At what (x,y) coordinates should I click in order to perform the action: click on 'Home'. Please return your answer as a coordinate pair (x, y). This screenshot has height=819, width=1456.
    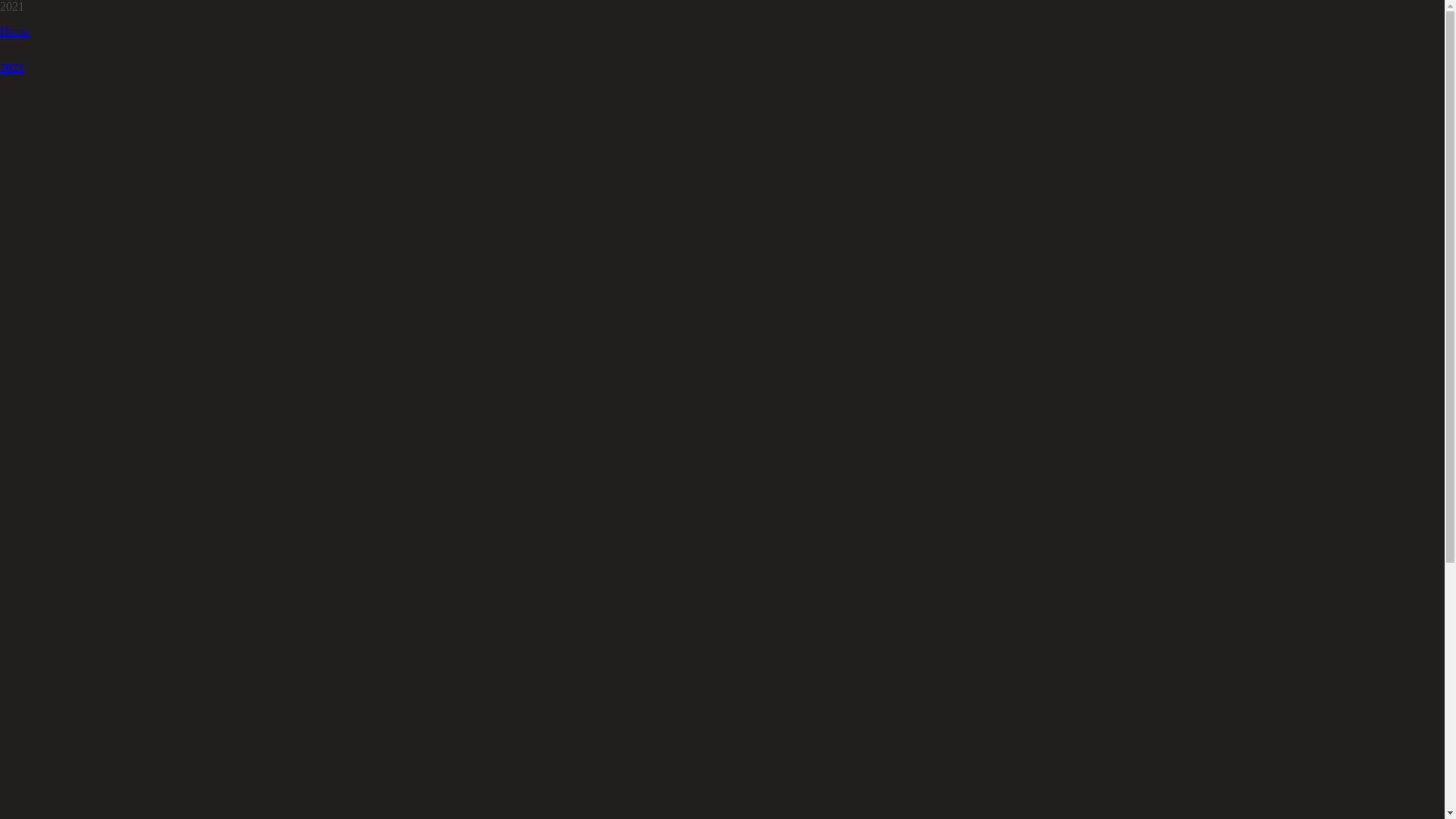
    Looking at the image, I should click on (0, 31).